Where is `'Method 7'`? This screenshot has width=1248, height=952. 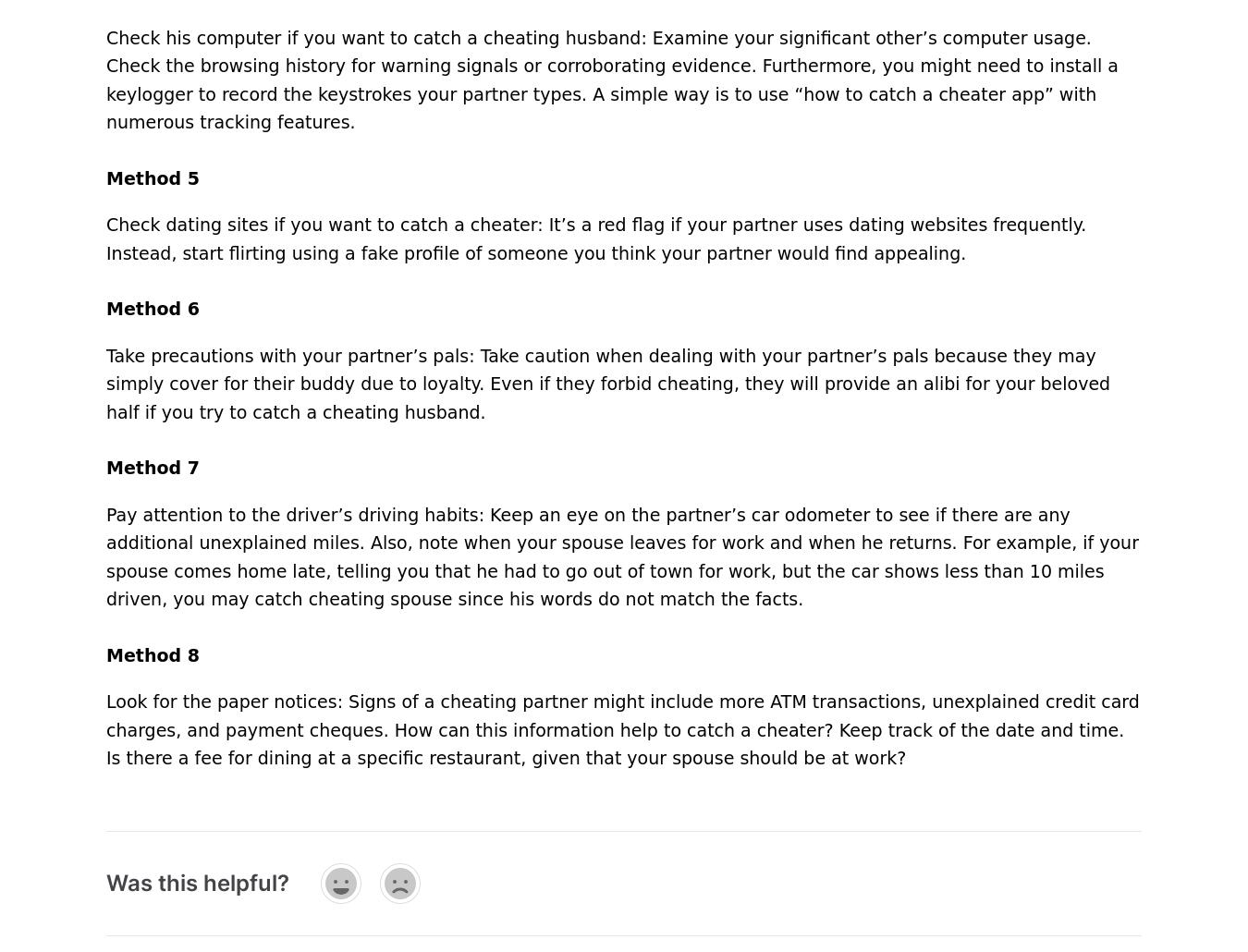 'Method 7' is located at coordinates (152, 467).